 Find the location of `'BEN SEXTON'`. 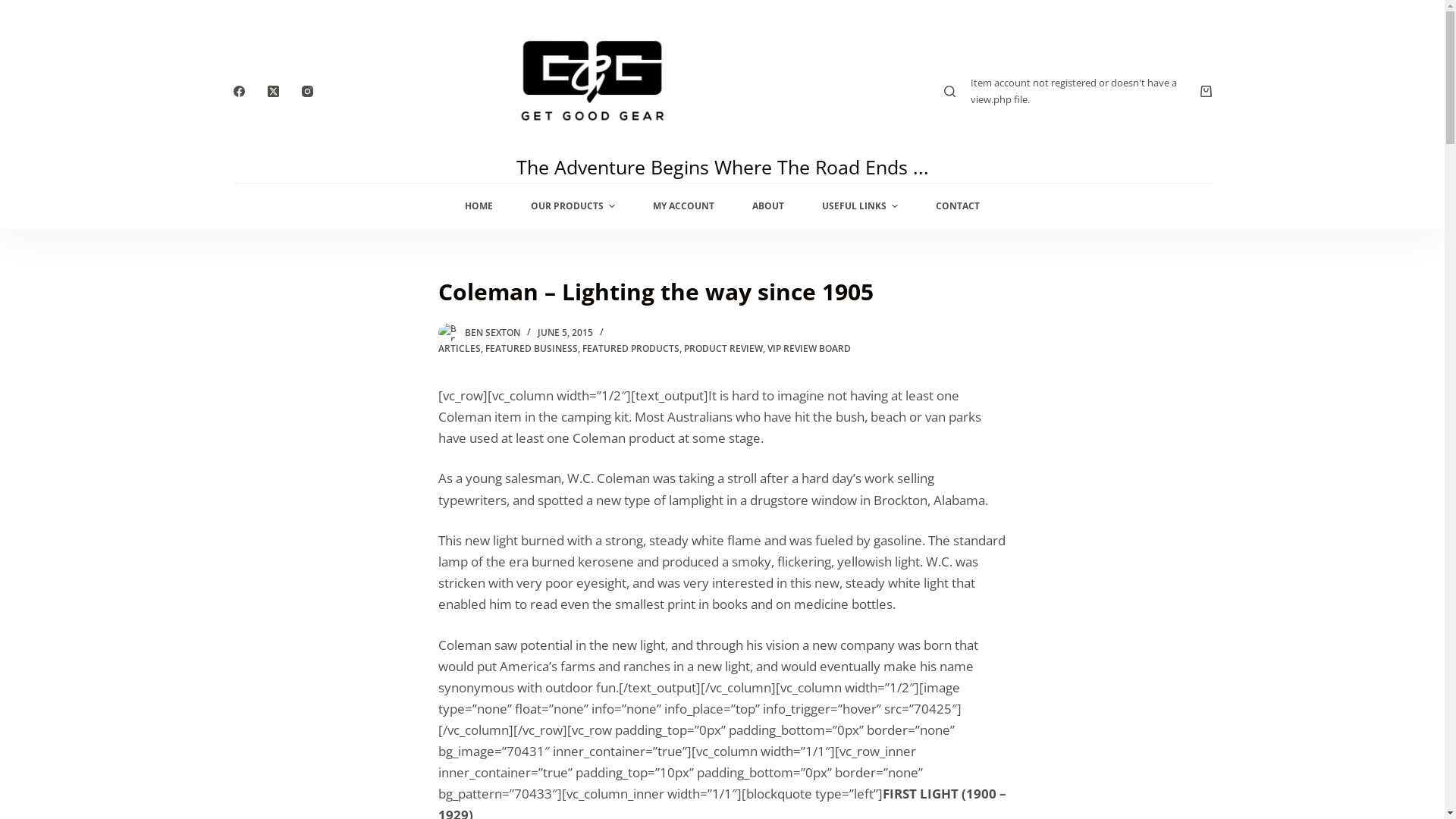

'BEN SEXTON' is located at coordinates (491, 331).